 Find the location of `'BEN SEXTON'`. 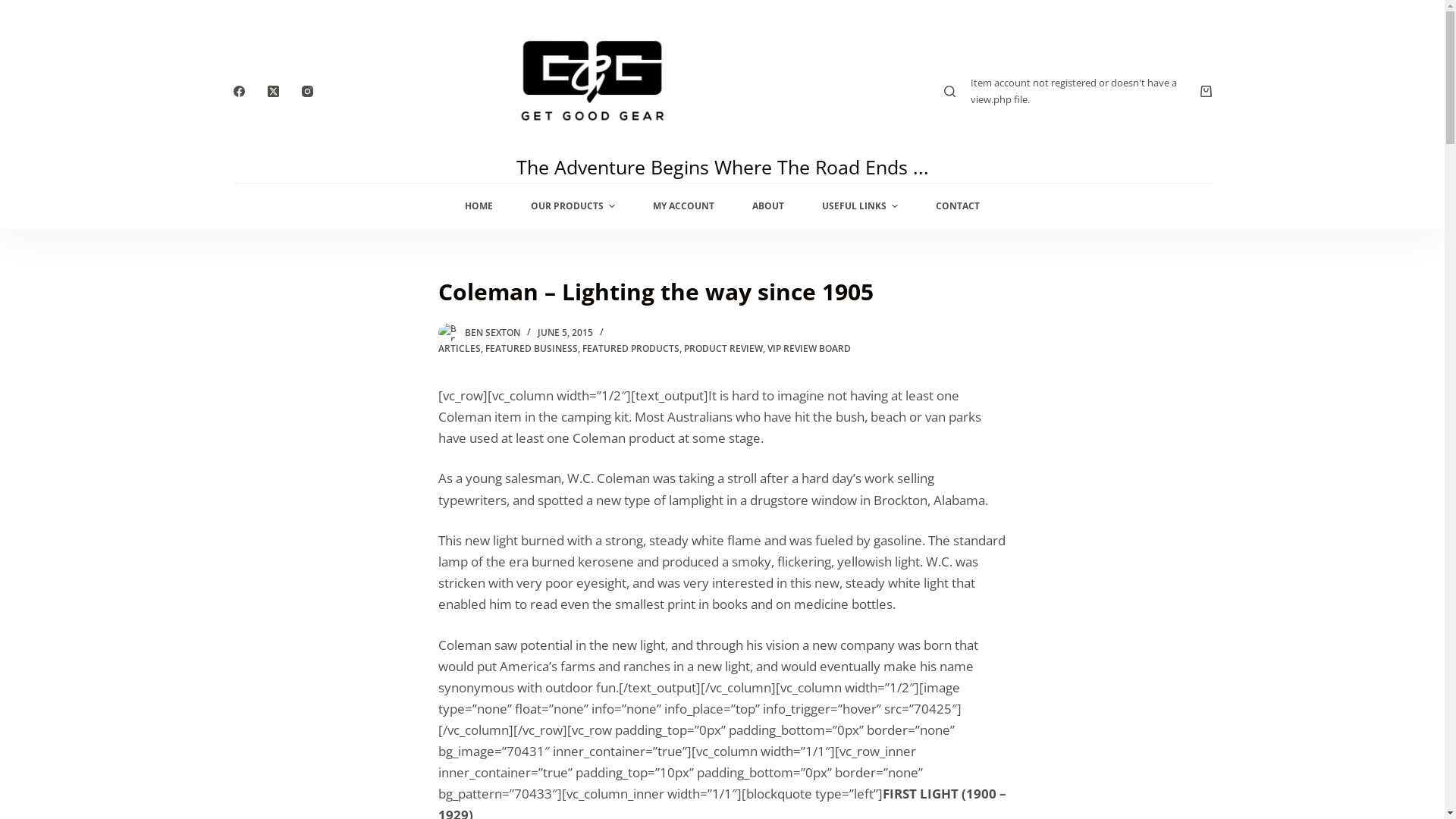

'BEN SEXTON' is located at coordinates (491, 331).